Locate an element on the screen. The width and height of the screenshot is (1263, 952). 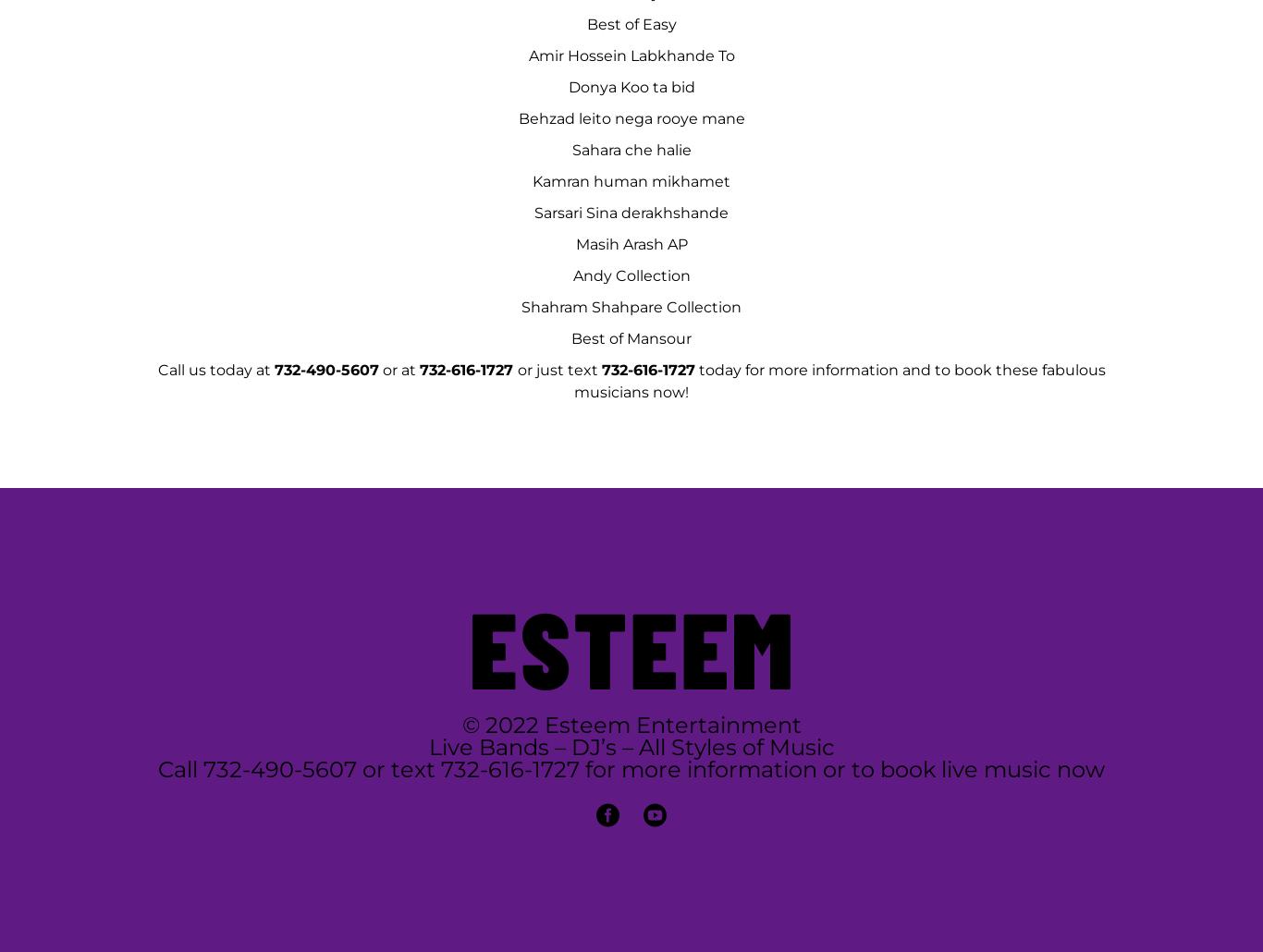
'today for more information and to book these fabulous musicians now!' is located at coordinates (838, 381).